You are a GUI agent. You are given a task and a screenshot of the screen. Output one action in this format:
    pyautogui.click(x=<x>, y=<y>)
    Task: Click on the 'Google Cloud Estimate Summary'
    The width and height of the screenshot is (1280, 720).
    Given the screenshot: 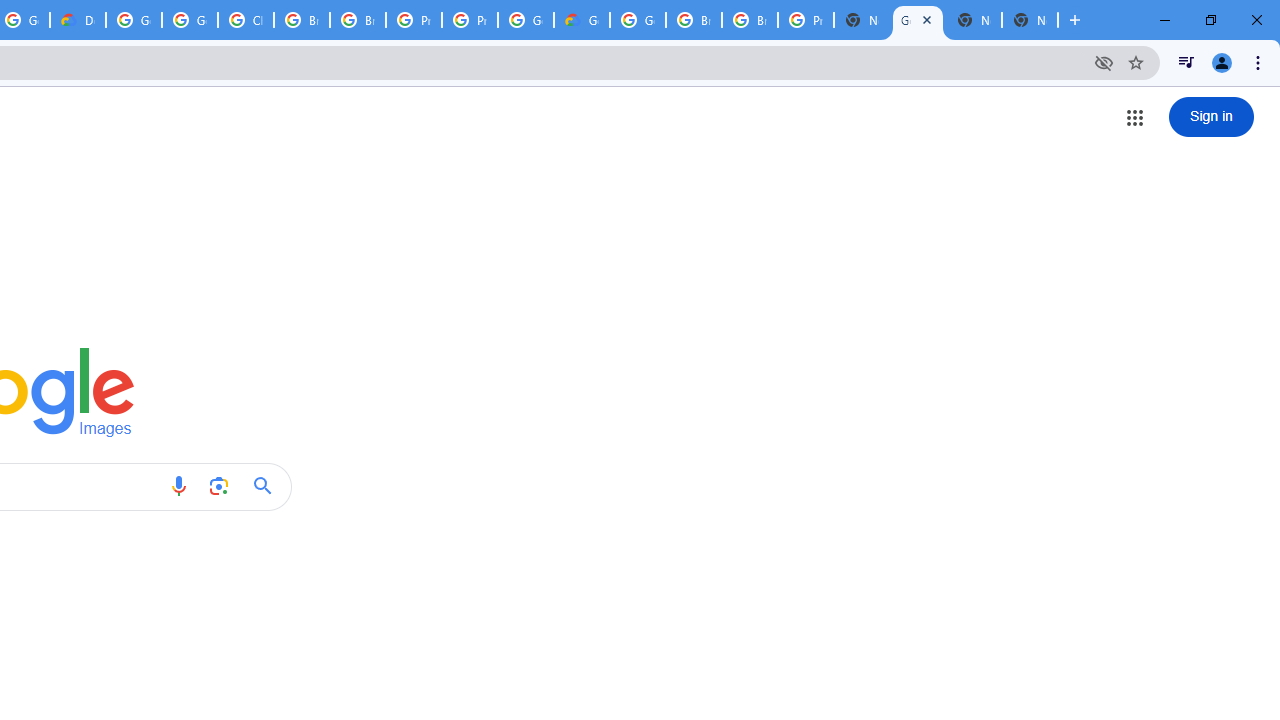 What is the action you would take?
    pyautogui.click(x=581, y=20)
    